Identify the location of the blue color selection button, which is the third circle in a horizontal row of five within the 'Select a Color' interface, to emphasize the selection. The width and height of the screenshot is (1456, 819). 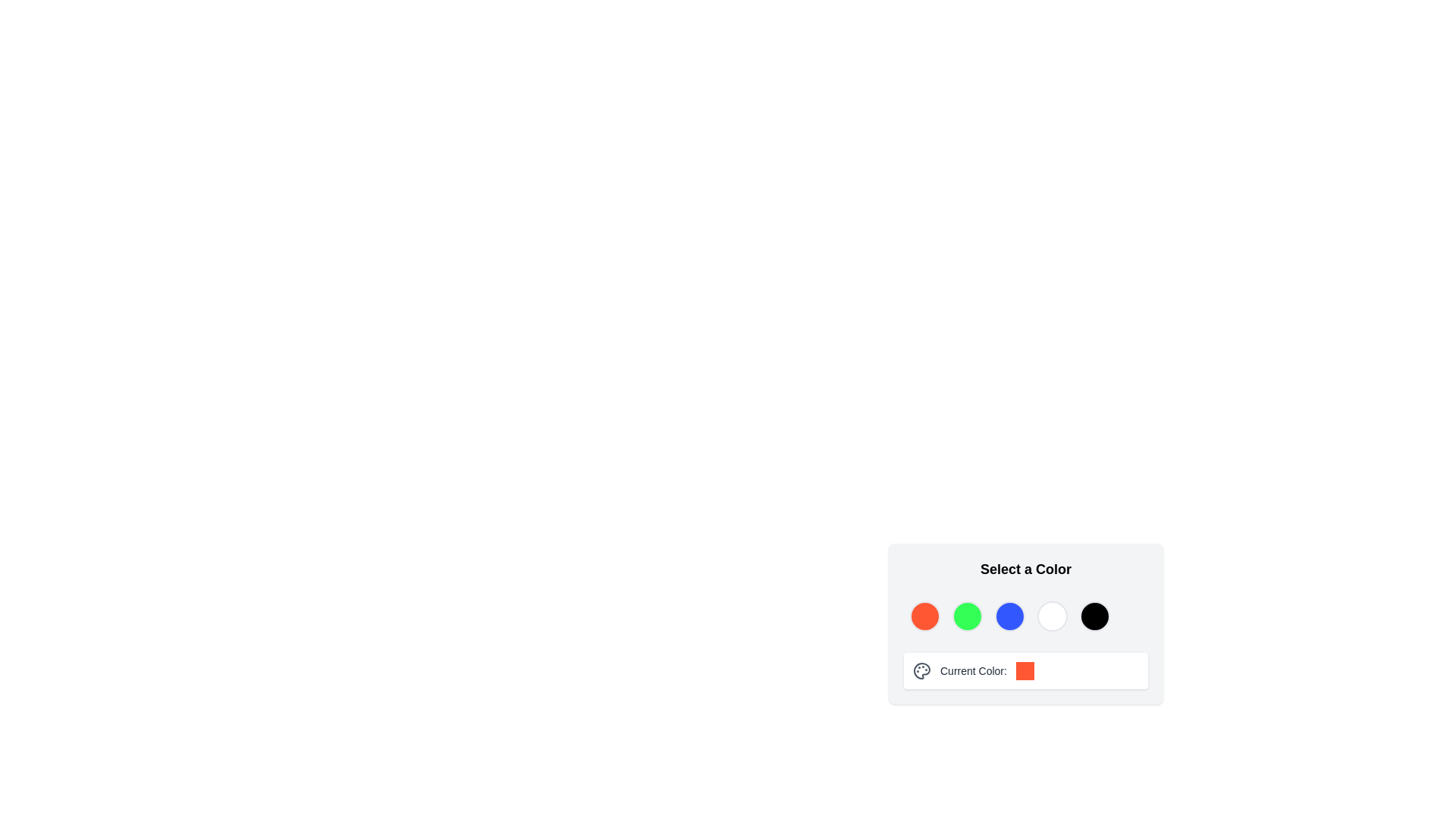
(1009, 617).